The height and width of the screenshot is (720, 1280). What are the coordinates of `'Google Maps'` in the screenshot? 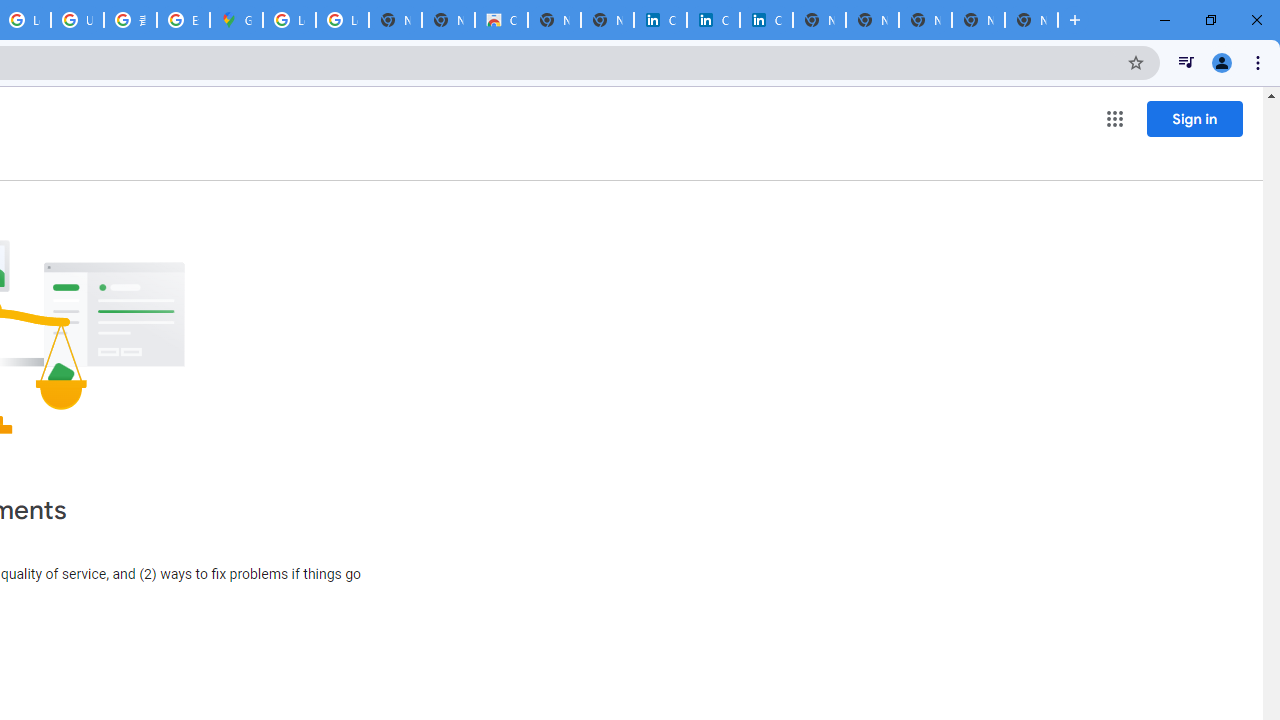 It's located at (236, 20).